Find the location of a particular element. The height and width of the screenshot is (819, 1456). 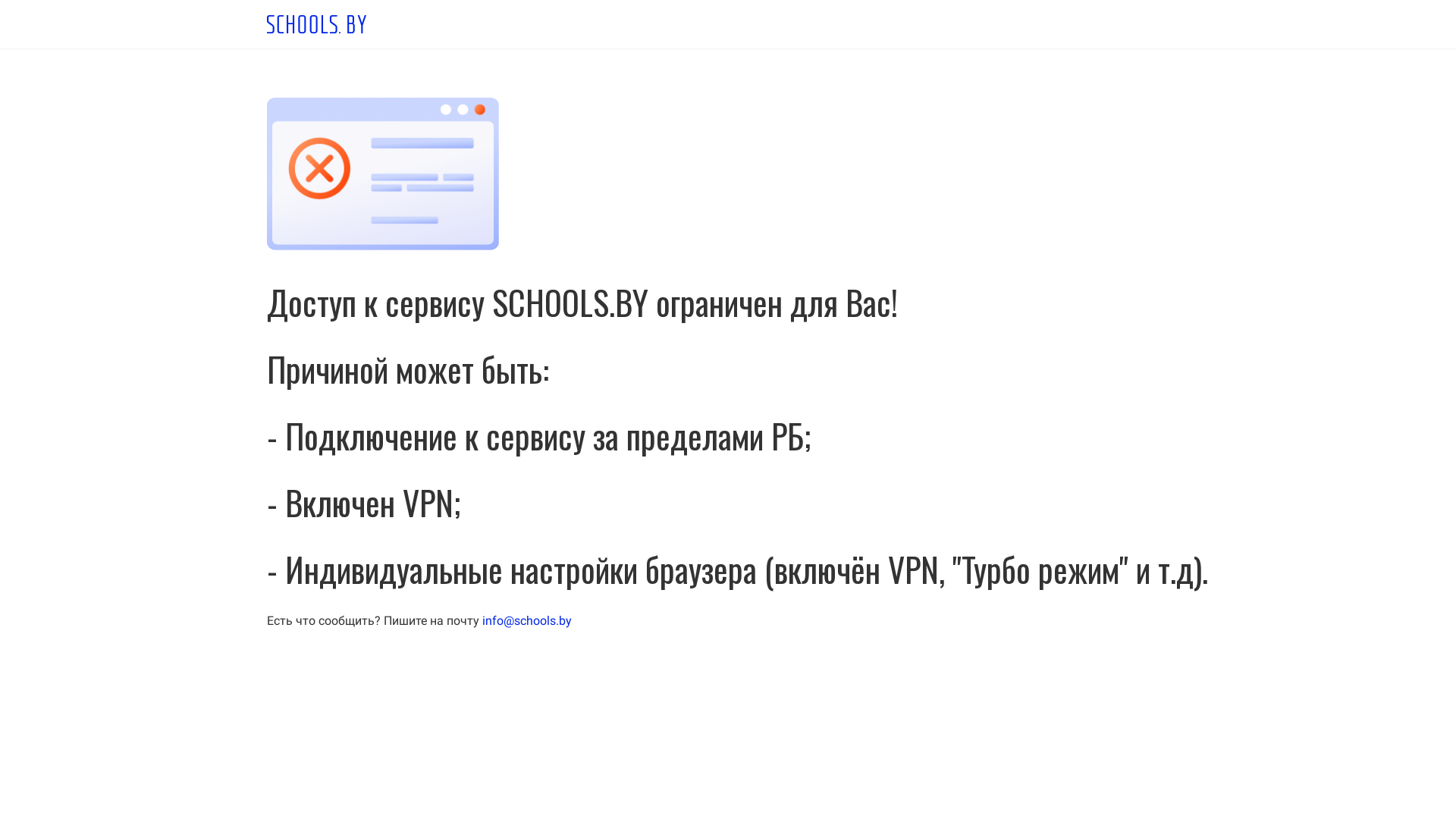

'info@schools.by' is located at coordinates (481, 620).